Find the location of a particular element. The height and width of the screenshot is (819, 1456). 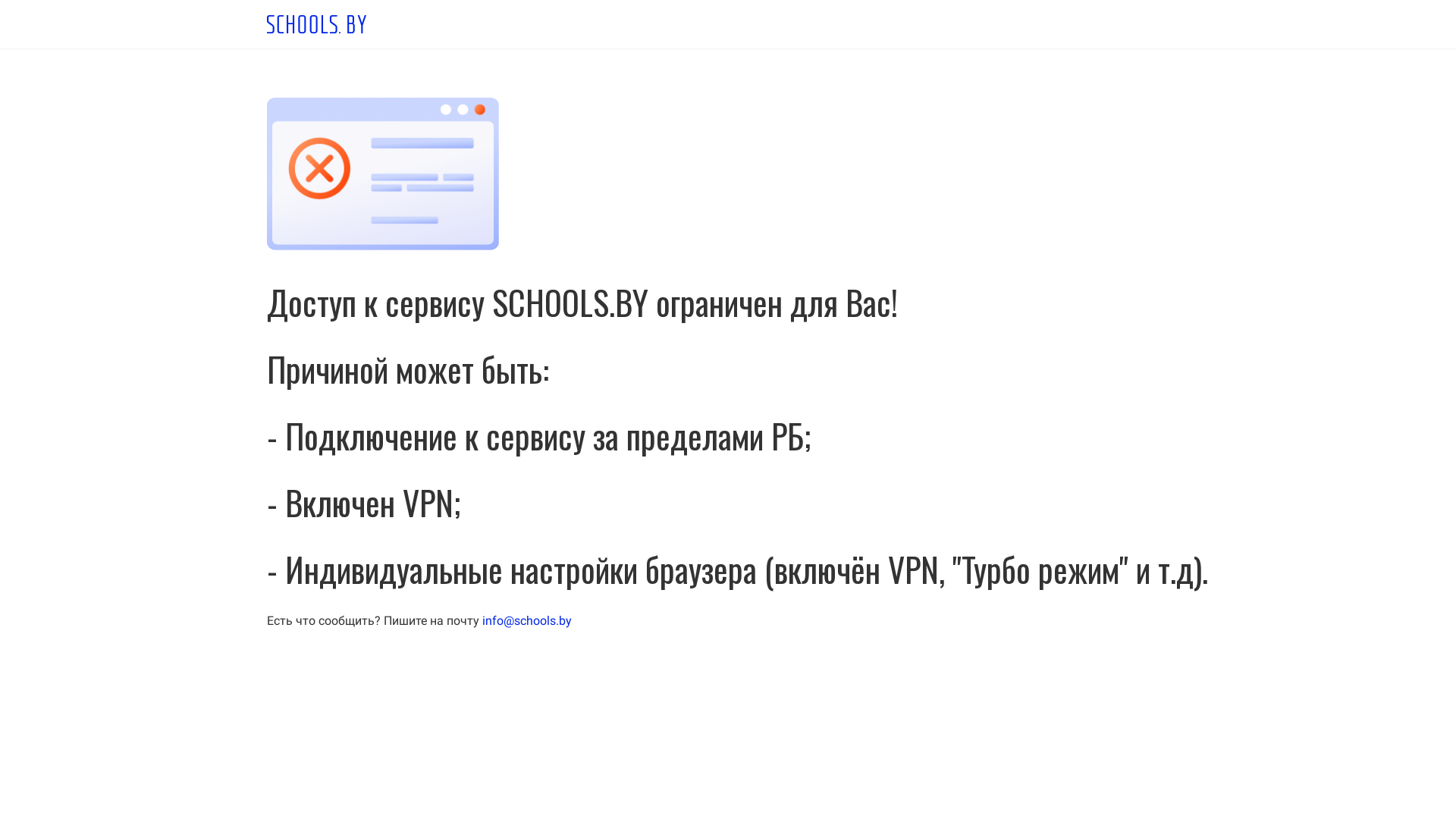

'info@schools.by' is located at coordinates (481, 620).